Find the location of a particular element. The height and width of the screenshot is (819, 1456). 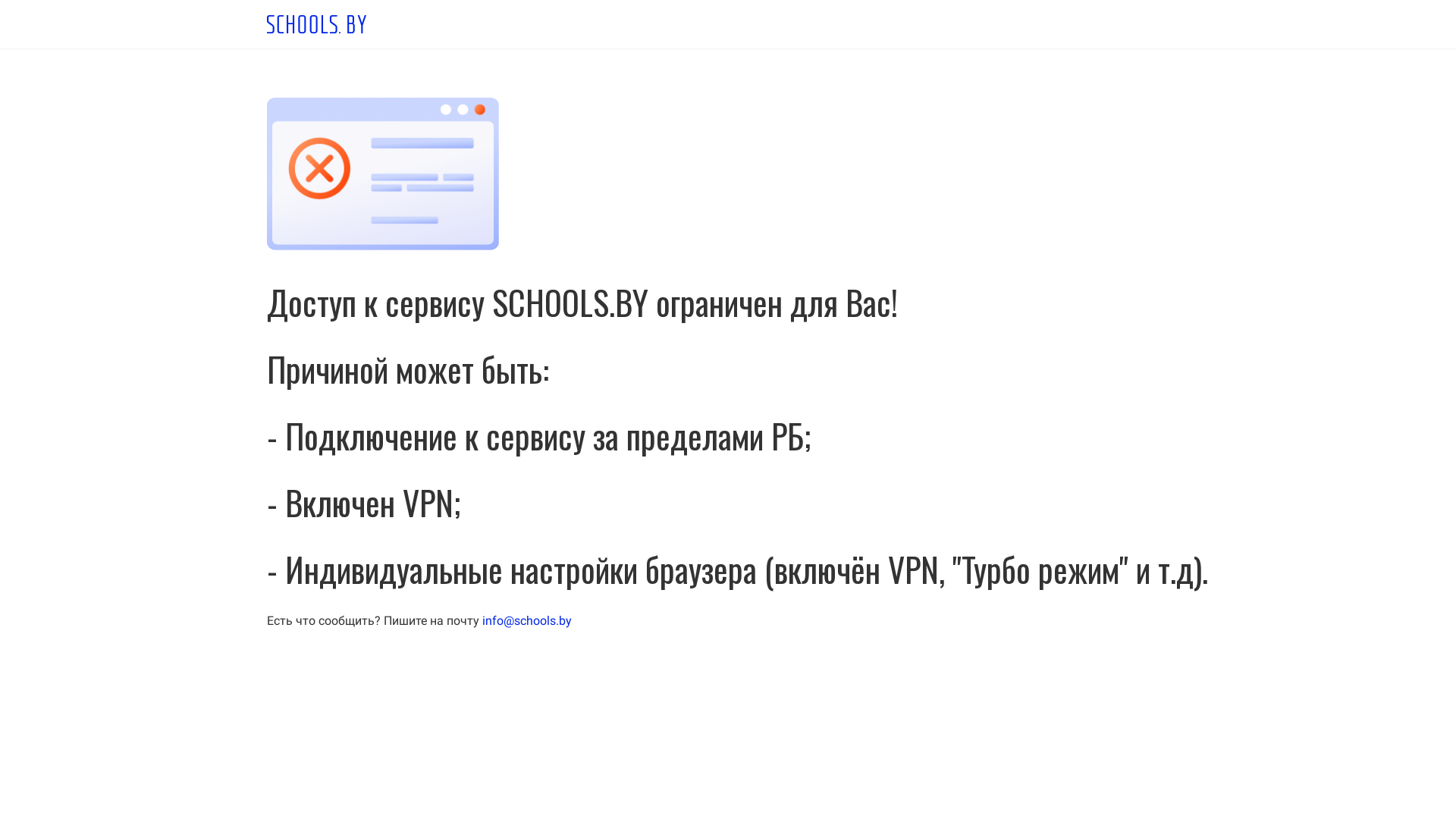

'info@schools.by' is located at coordinates (481, 620).